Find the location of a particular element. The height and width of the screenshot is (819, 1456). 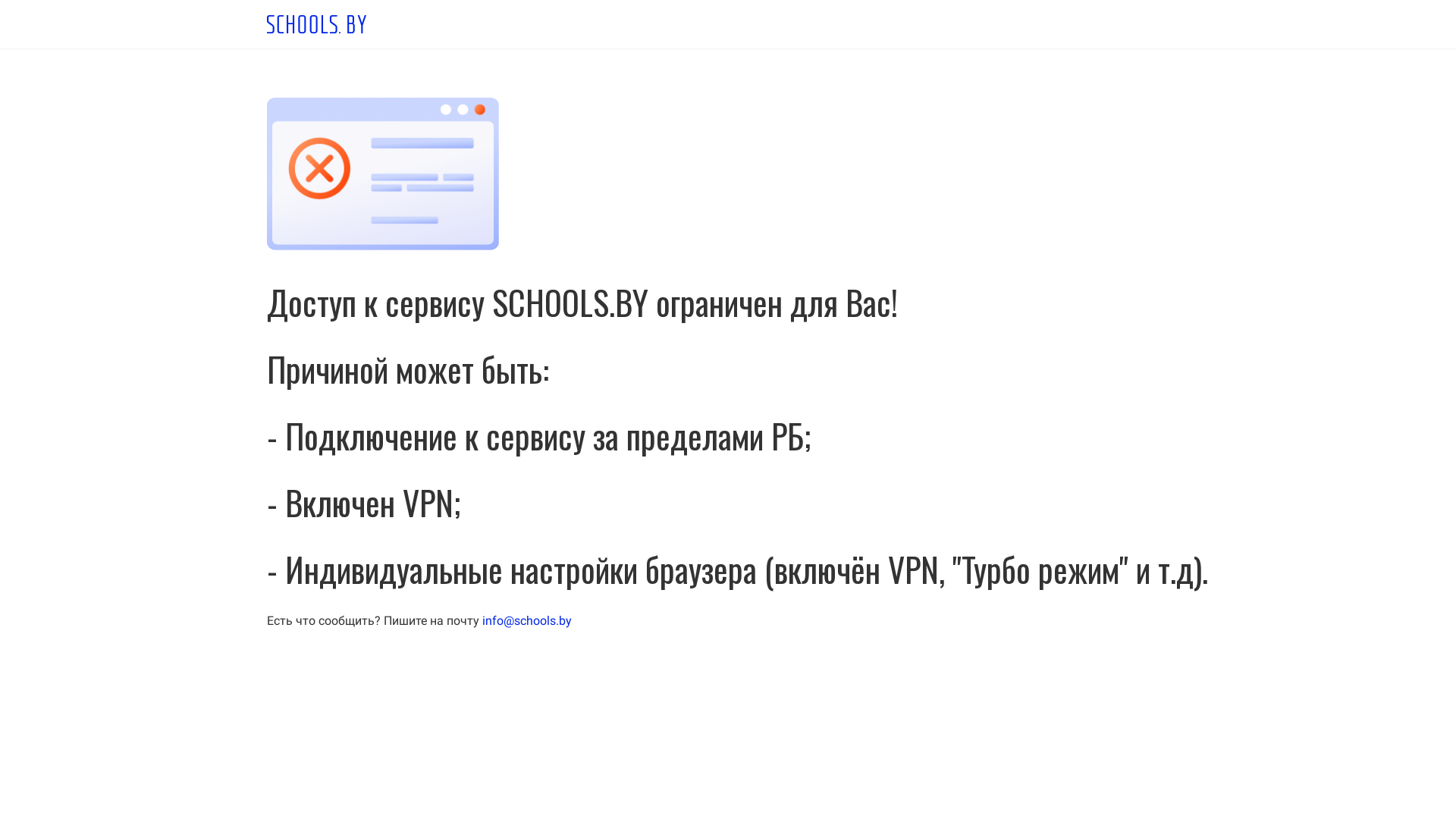

'info@schools.by' is located at coordinates (481, 620).